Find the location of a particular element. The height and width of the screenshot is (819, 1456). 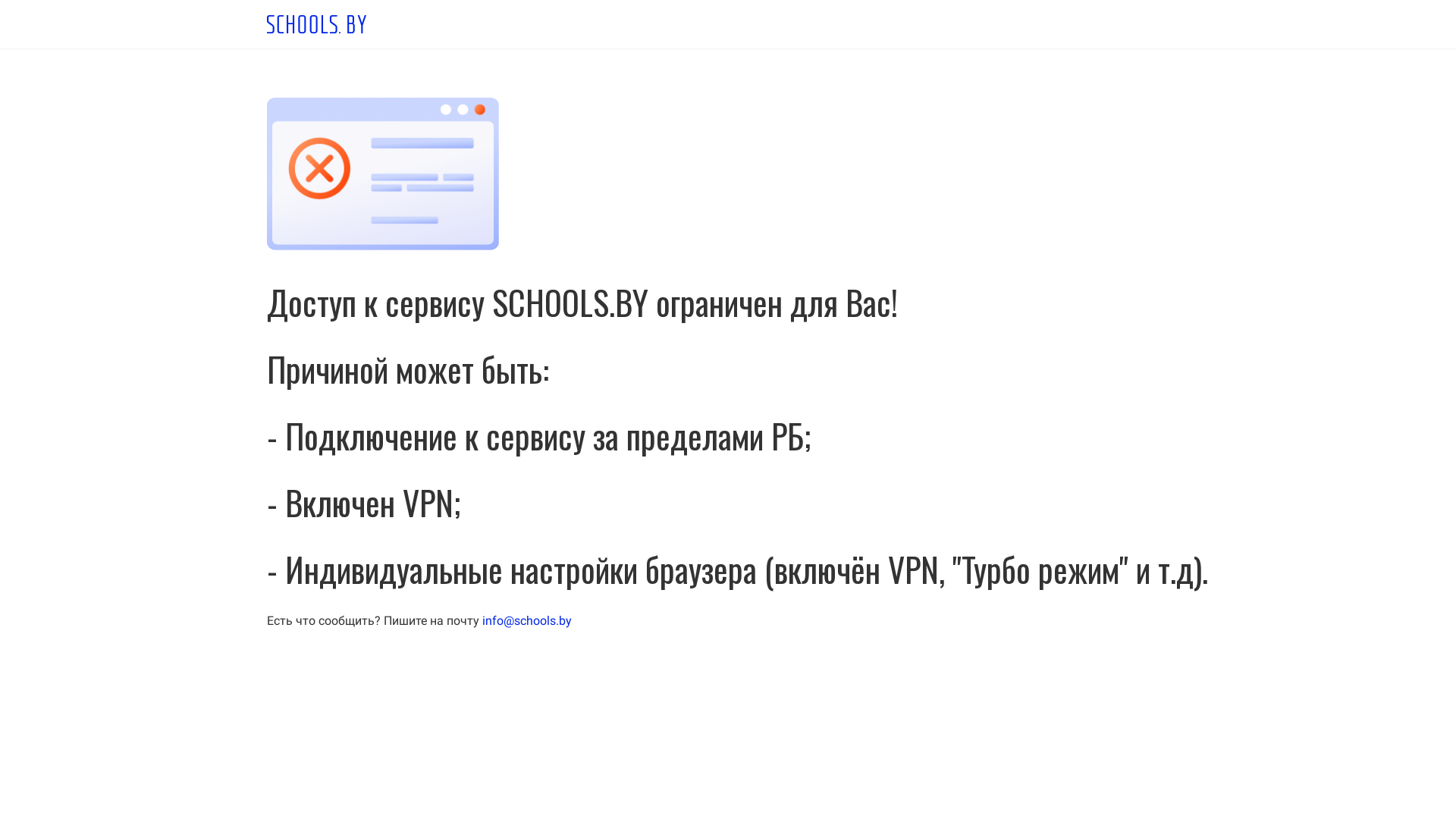

'info@schools.by' is located at coordinates (481, 620).